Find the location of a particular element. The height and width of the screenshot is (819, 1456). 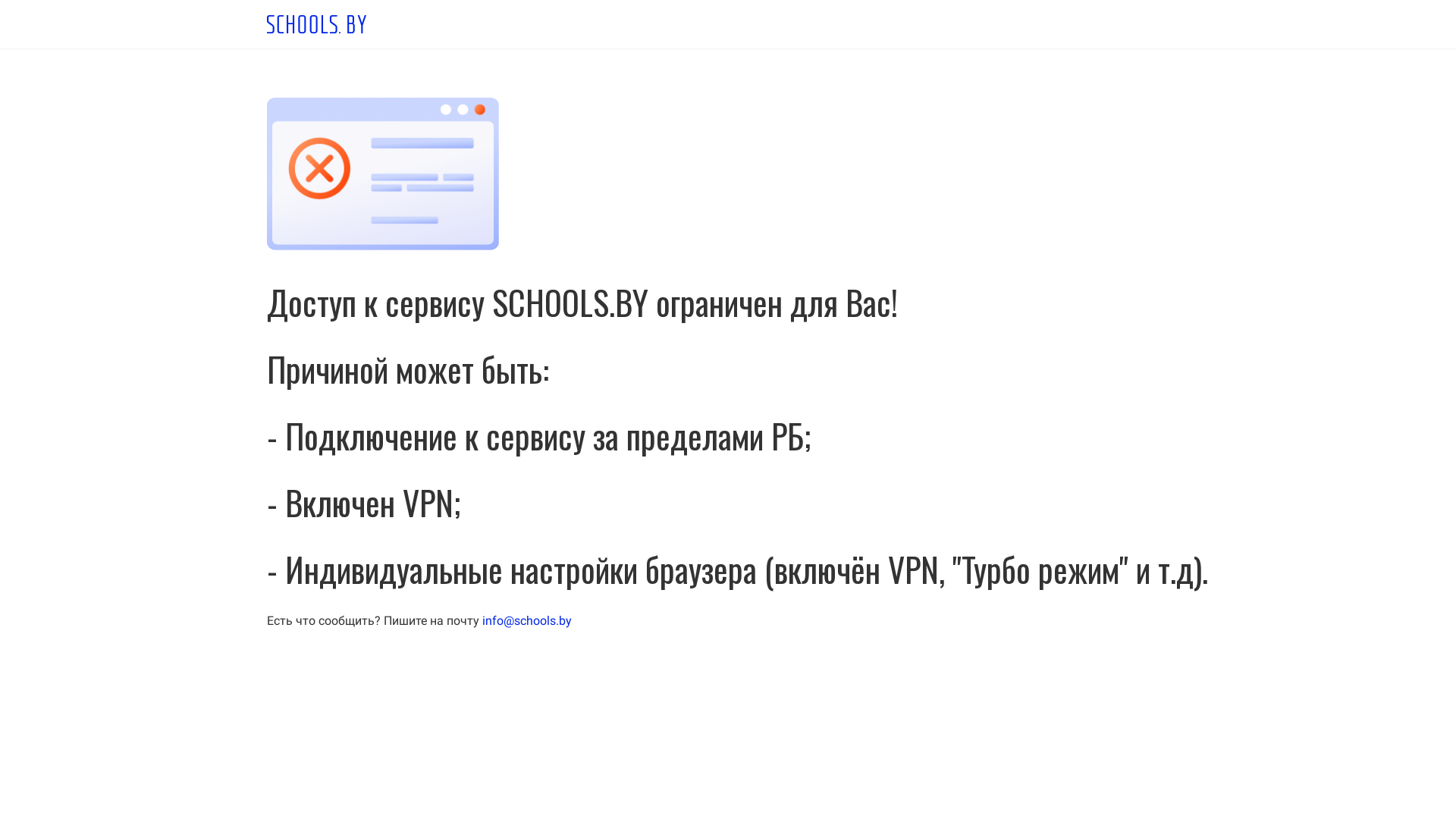

'info@schools.by' is located at coordinates (481, 620).